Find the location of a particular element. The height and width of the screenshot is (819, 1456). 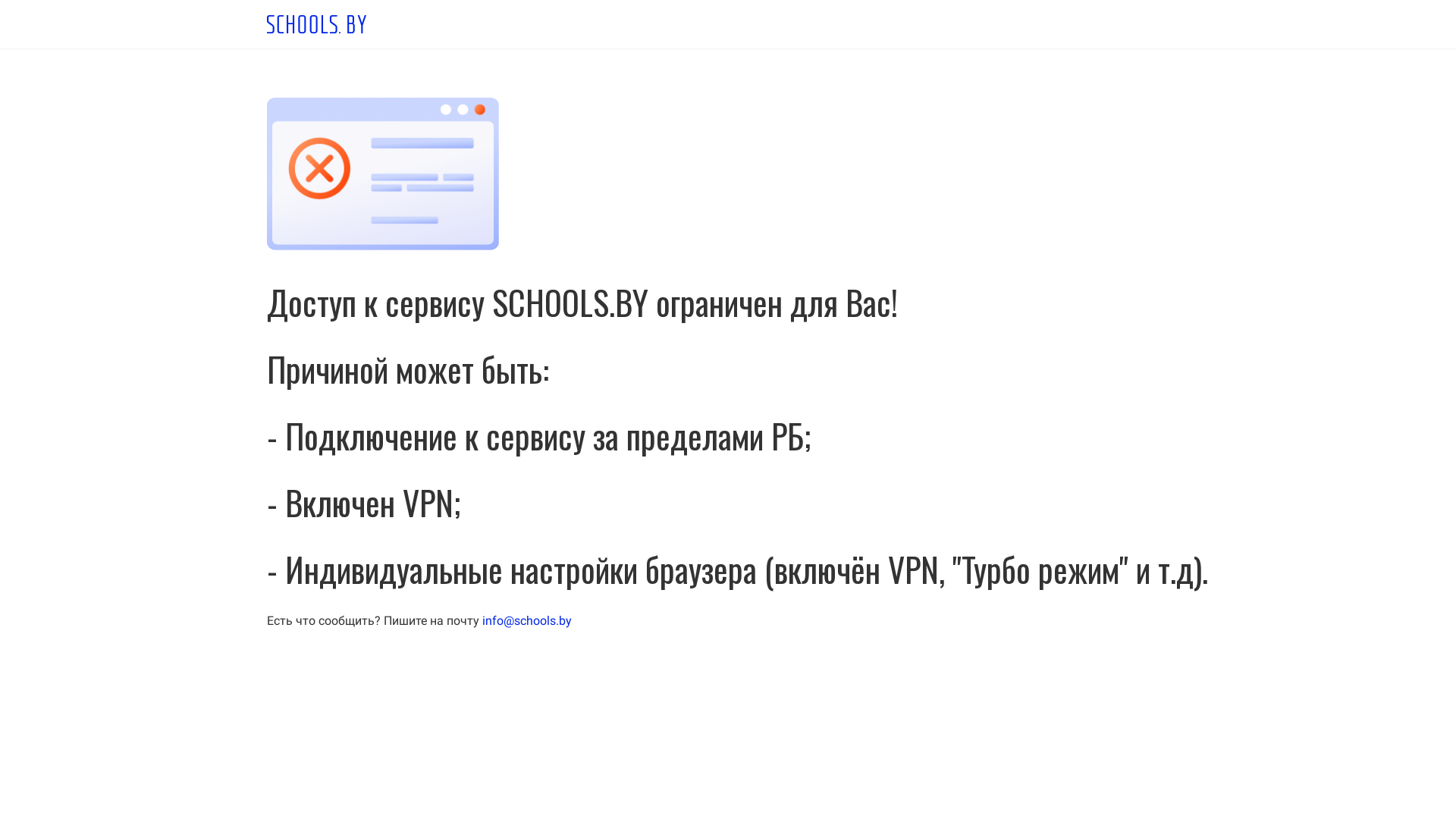

'info@schools.by' is located at coordinates (481, 620).